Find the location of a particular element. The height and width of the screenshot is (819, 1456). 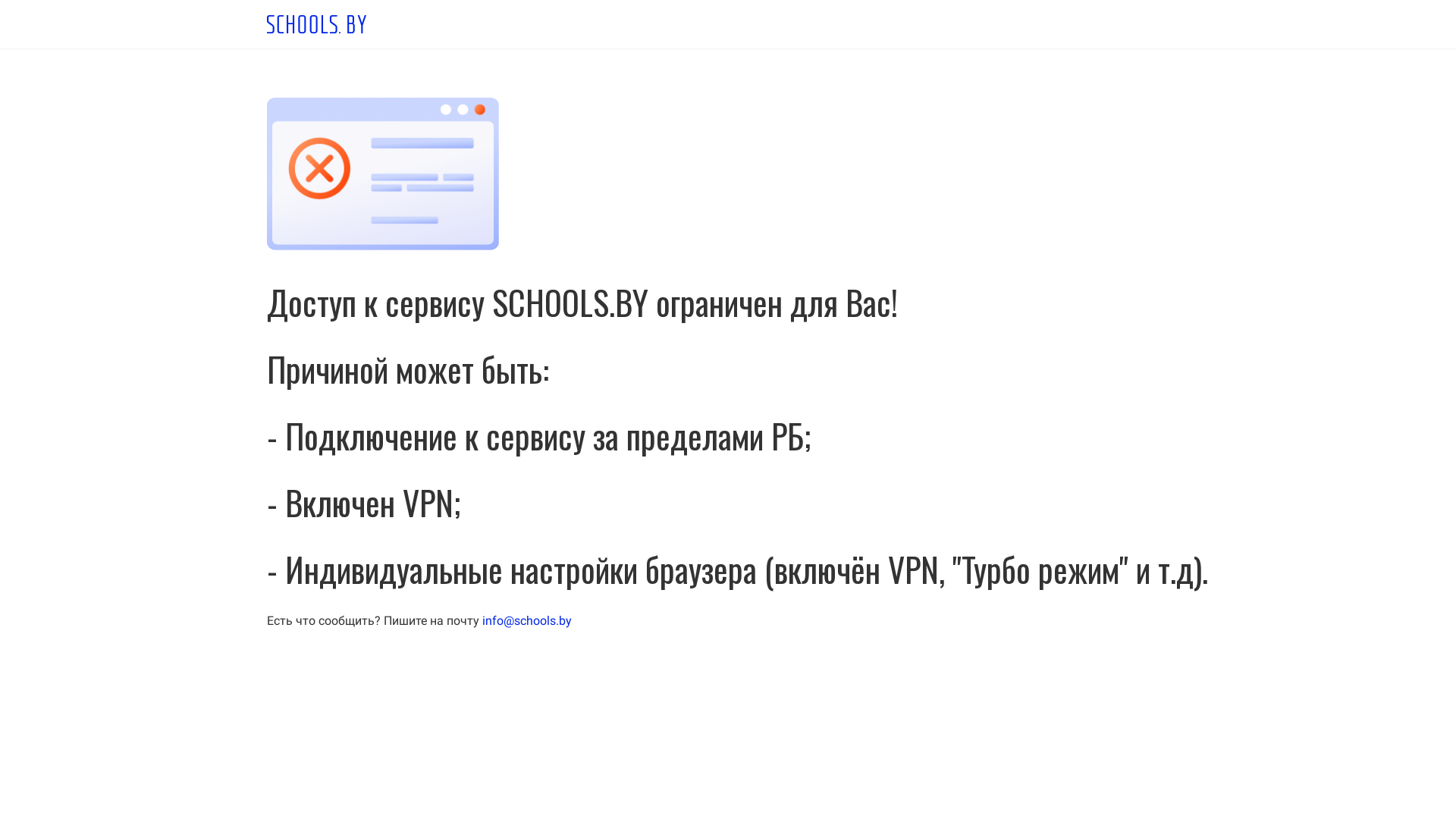

'info@schools.by' is located at coordinates (481, 620).